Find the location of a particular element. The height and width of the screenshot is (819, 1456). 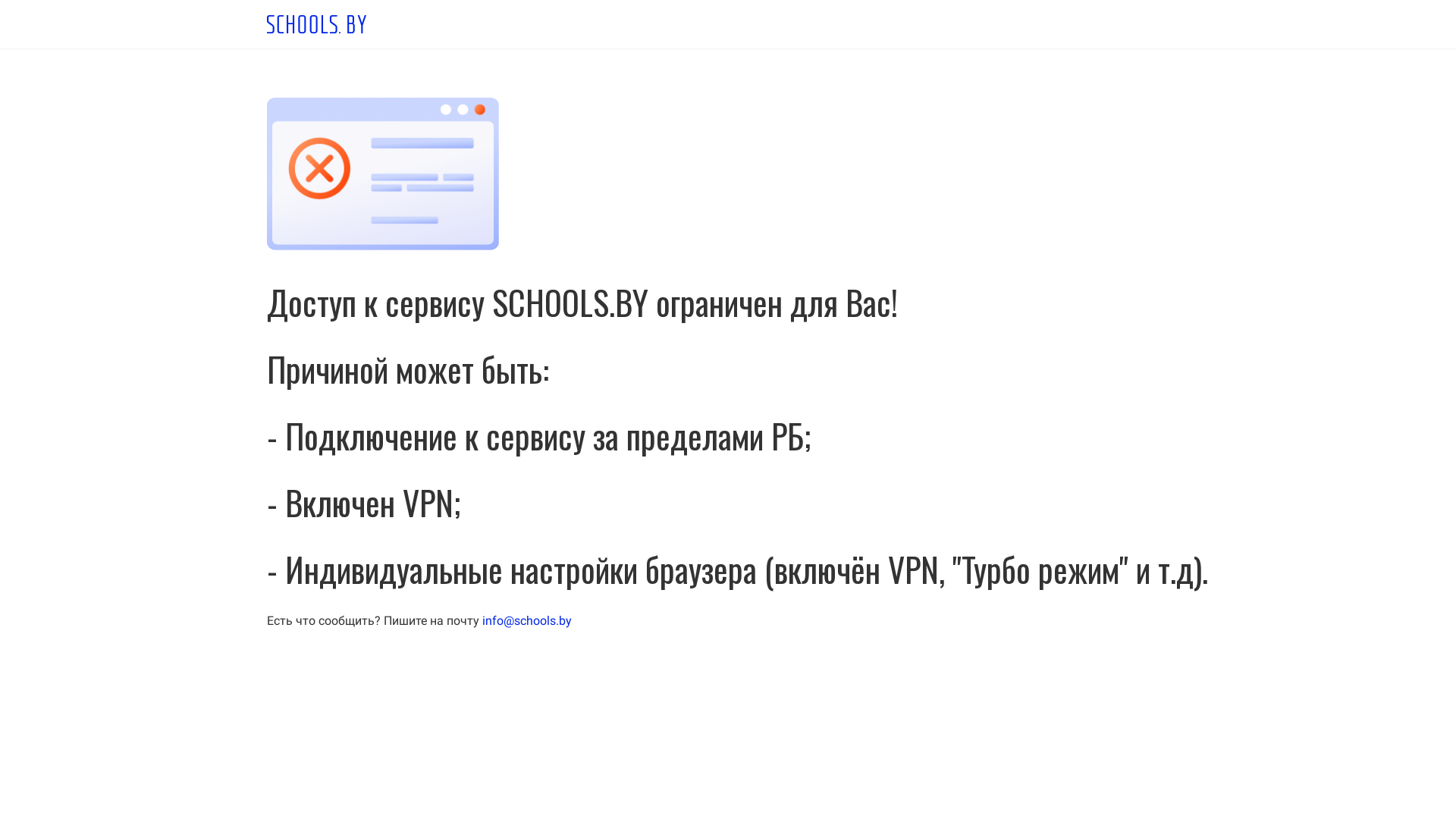

'info@schools.by' is located at coordinates (481, 620).